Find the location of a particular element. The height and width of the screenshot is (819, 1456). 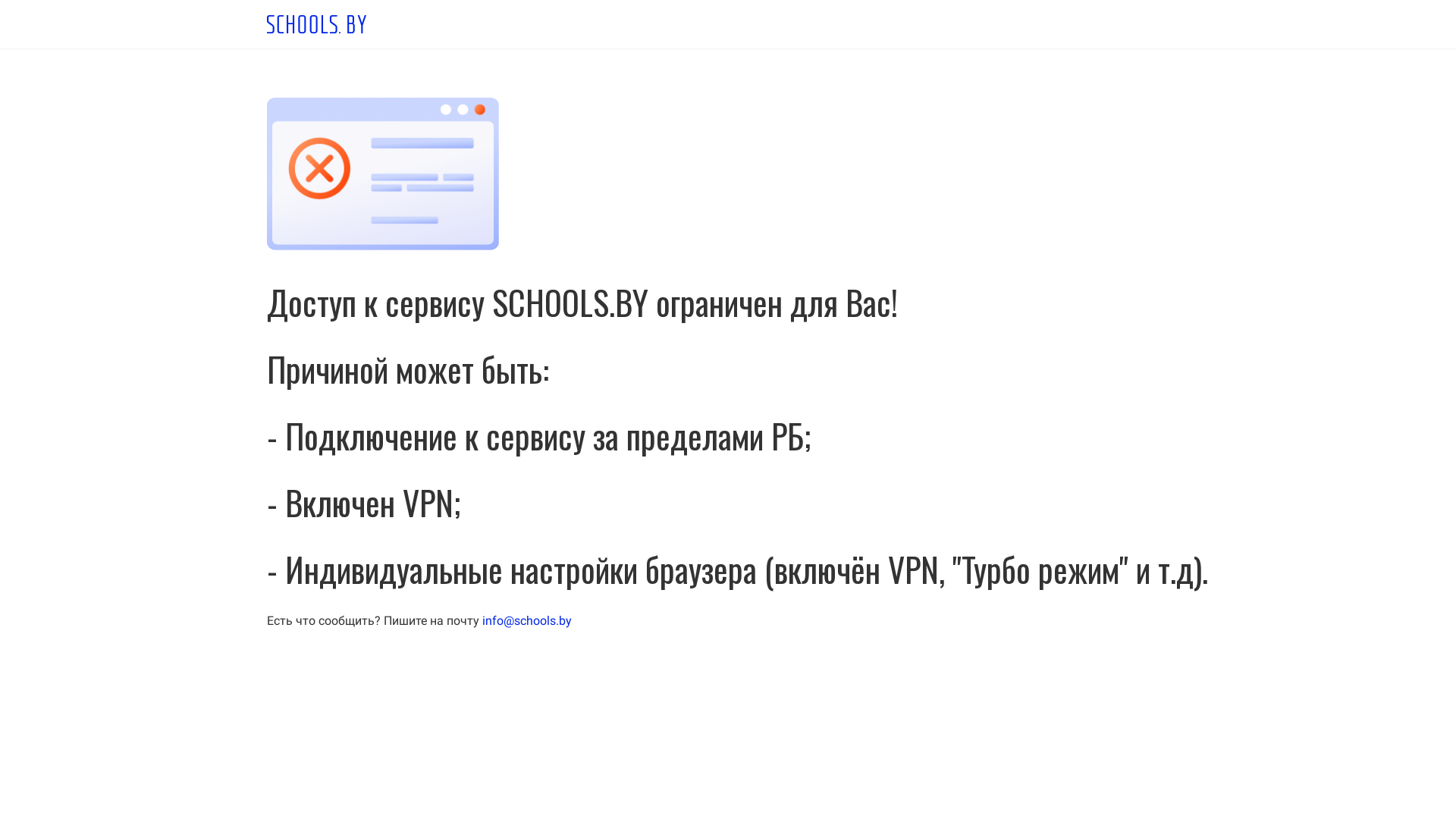

'info@schools.by' is located at coordinates (481, 620).